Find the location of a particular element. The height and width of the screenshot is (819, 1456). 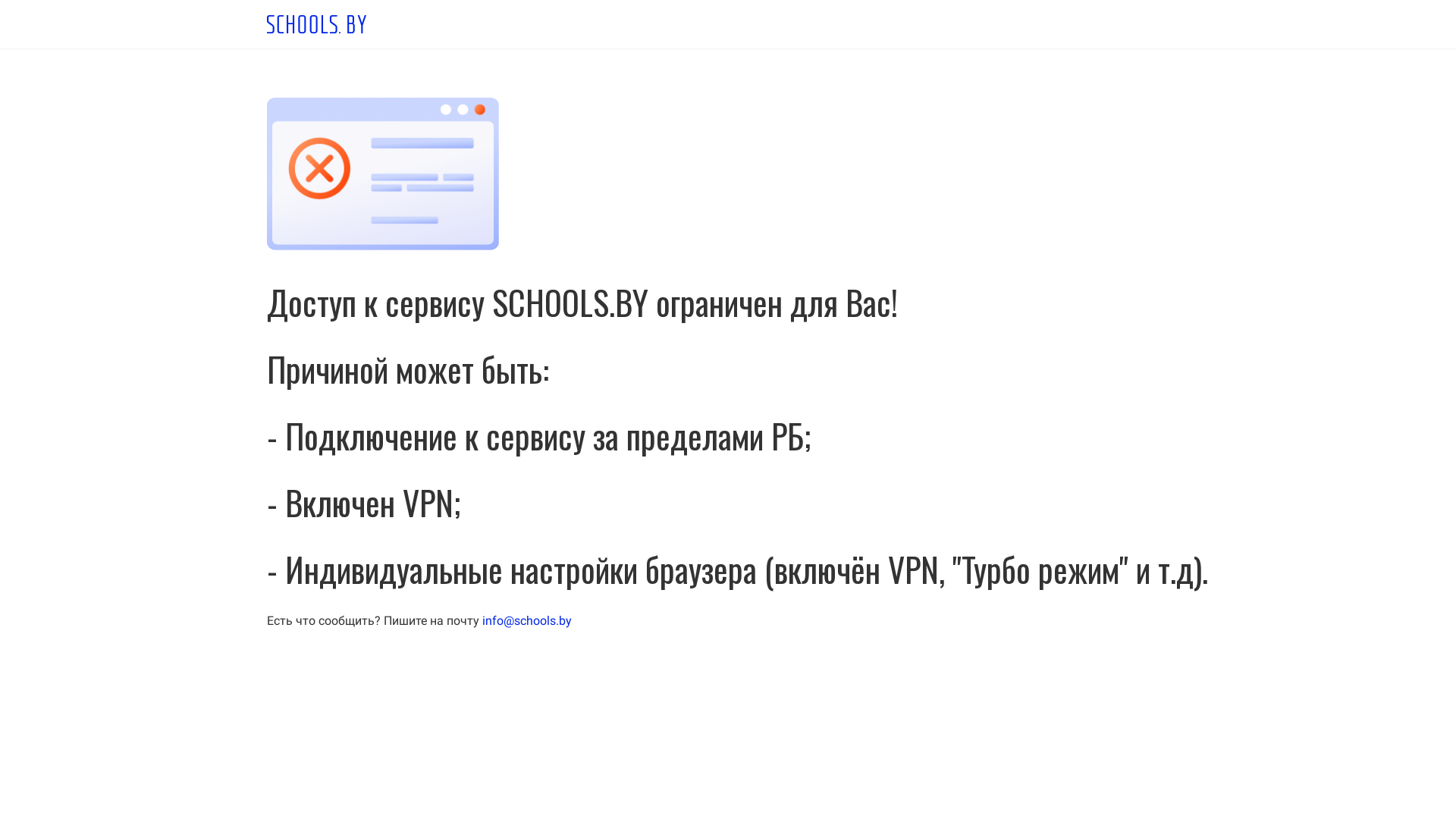

'info@schools.by' is located at coordinates (481, 620).